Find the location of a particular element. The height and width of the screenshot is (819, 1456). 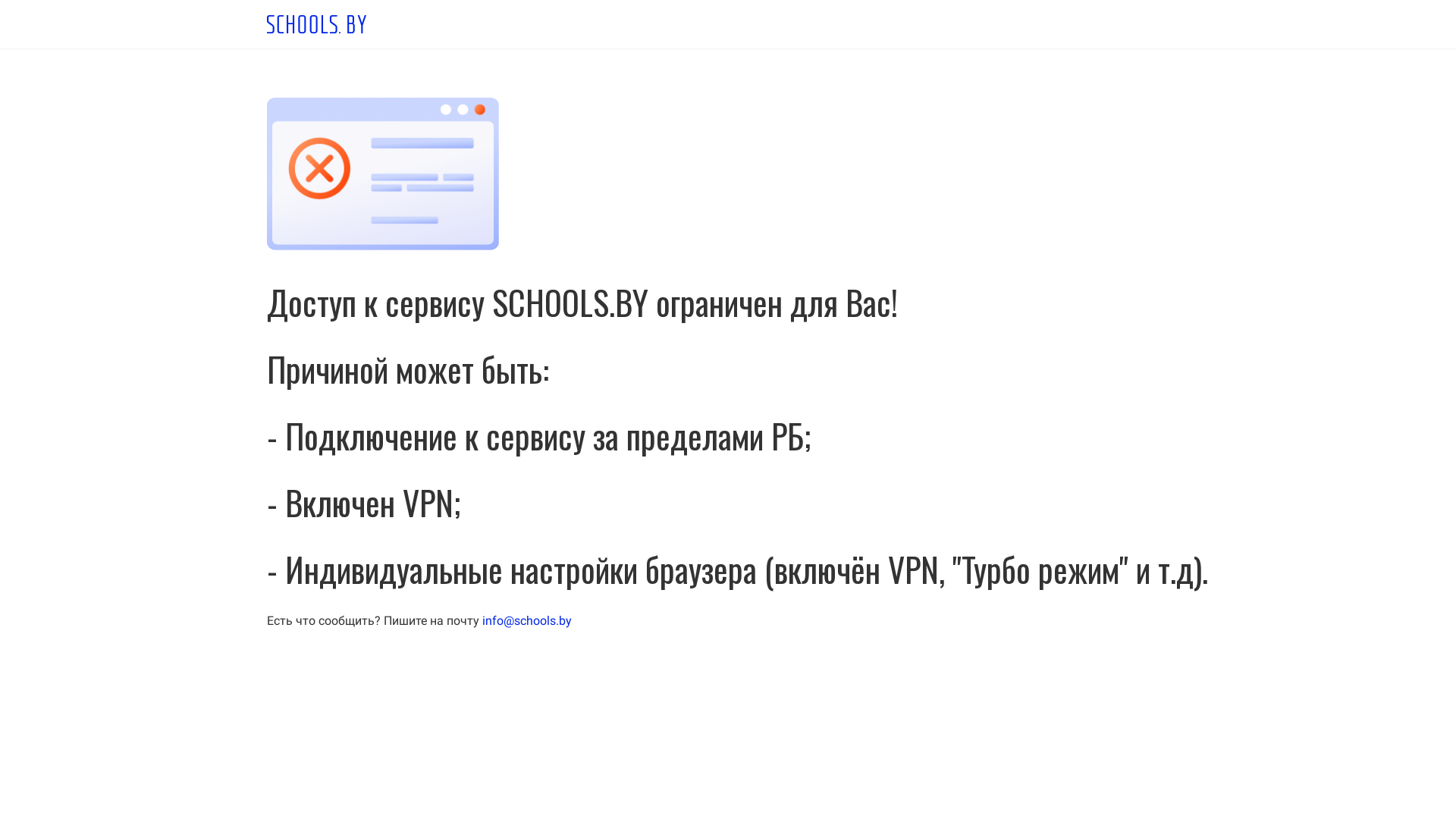

'info@schools.by' is located at coordinates (481, 620).